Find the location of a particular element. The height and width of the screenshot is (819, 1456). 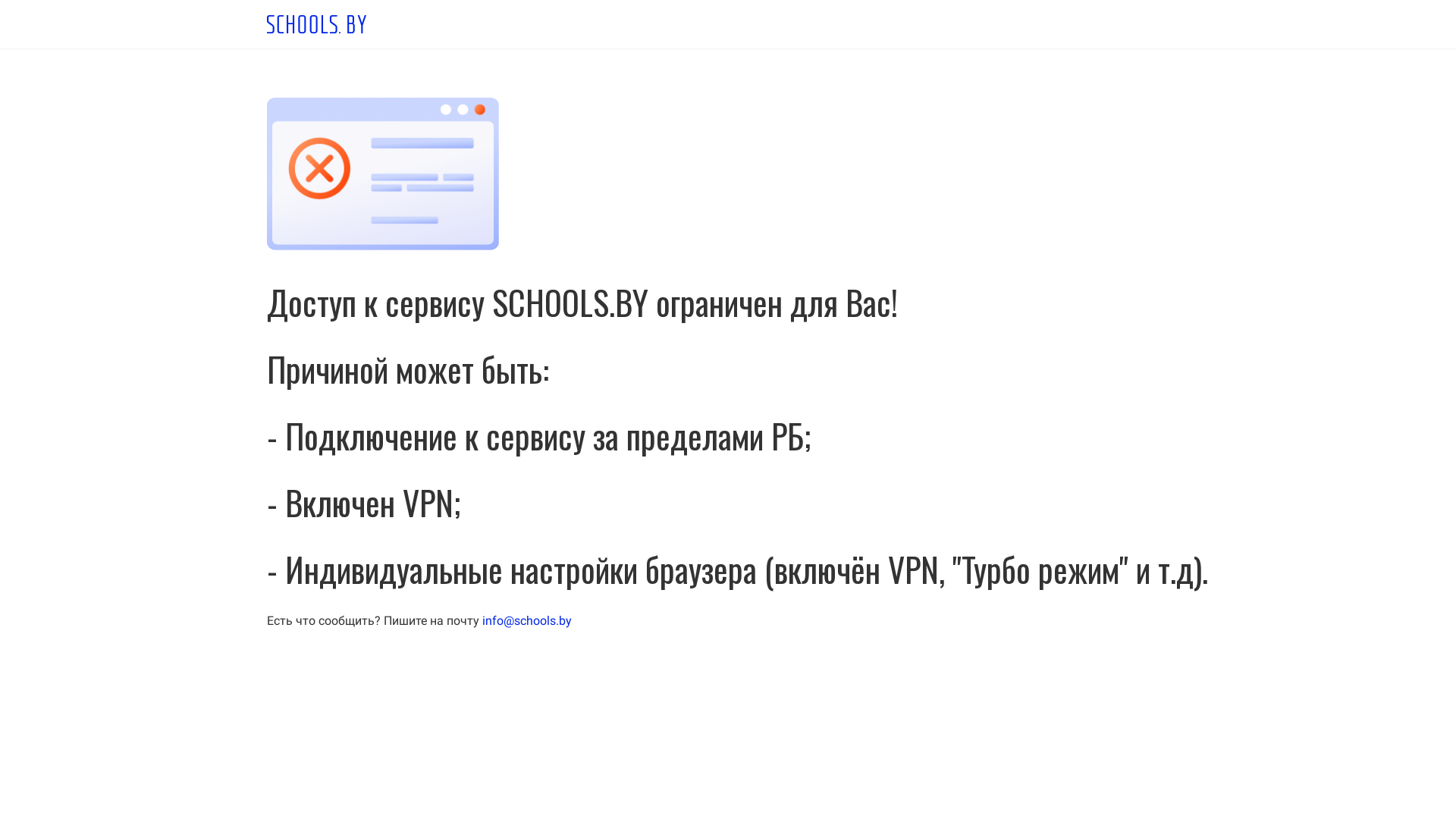

'info@schools.by' is located at coordinates (481, 620).